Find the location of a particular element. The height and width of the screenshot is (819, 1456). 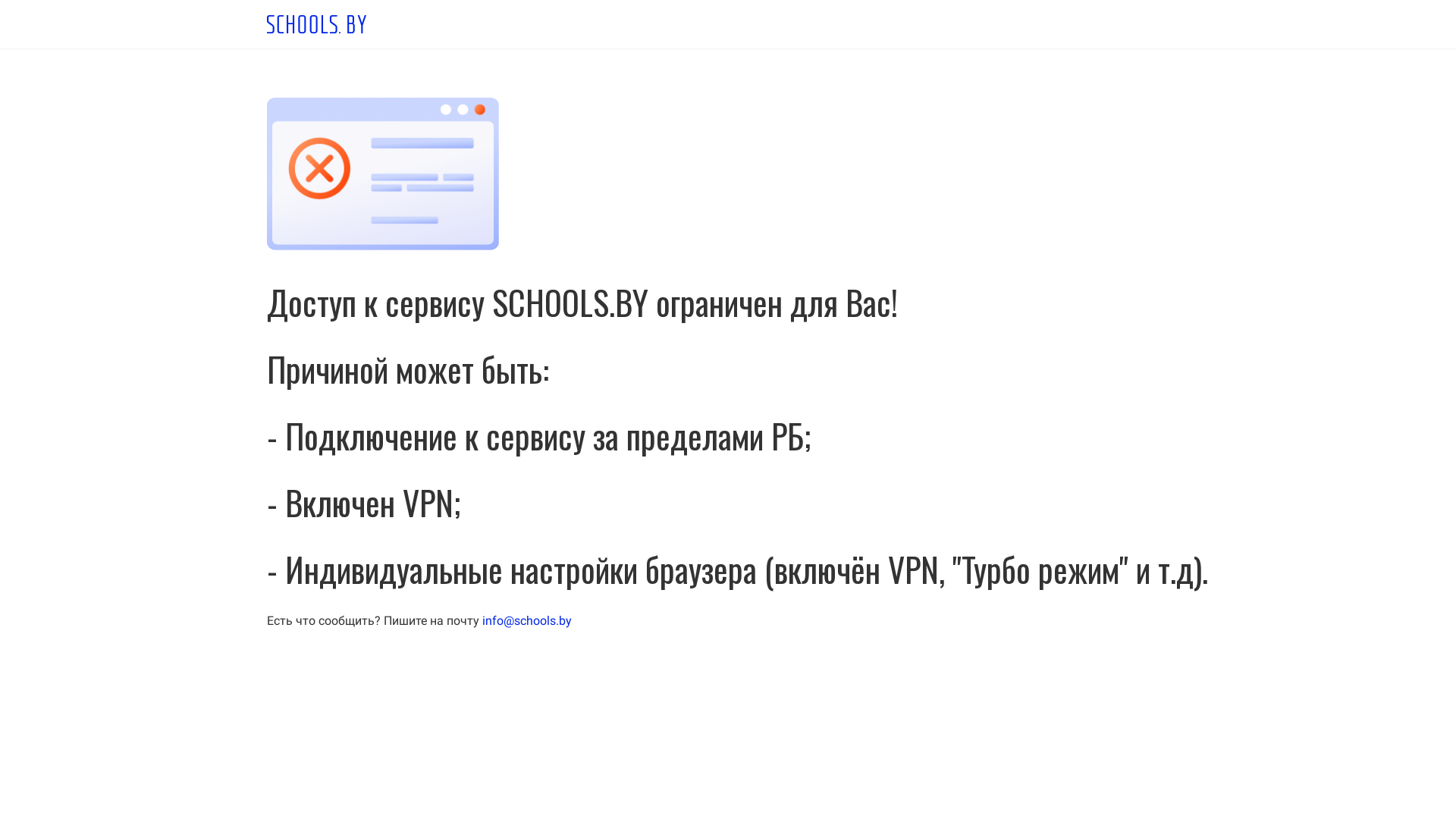

'info@schools.by' is located at coordinates (481, 620).